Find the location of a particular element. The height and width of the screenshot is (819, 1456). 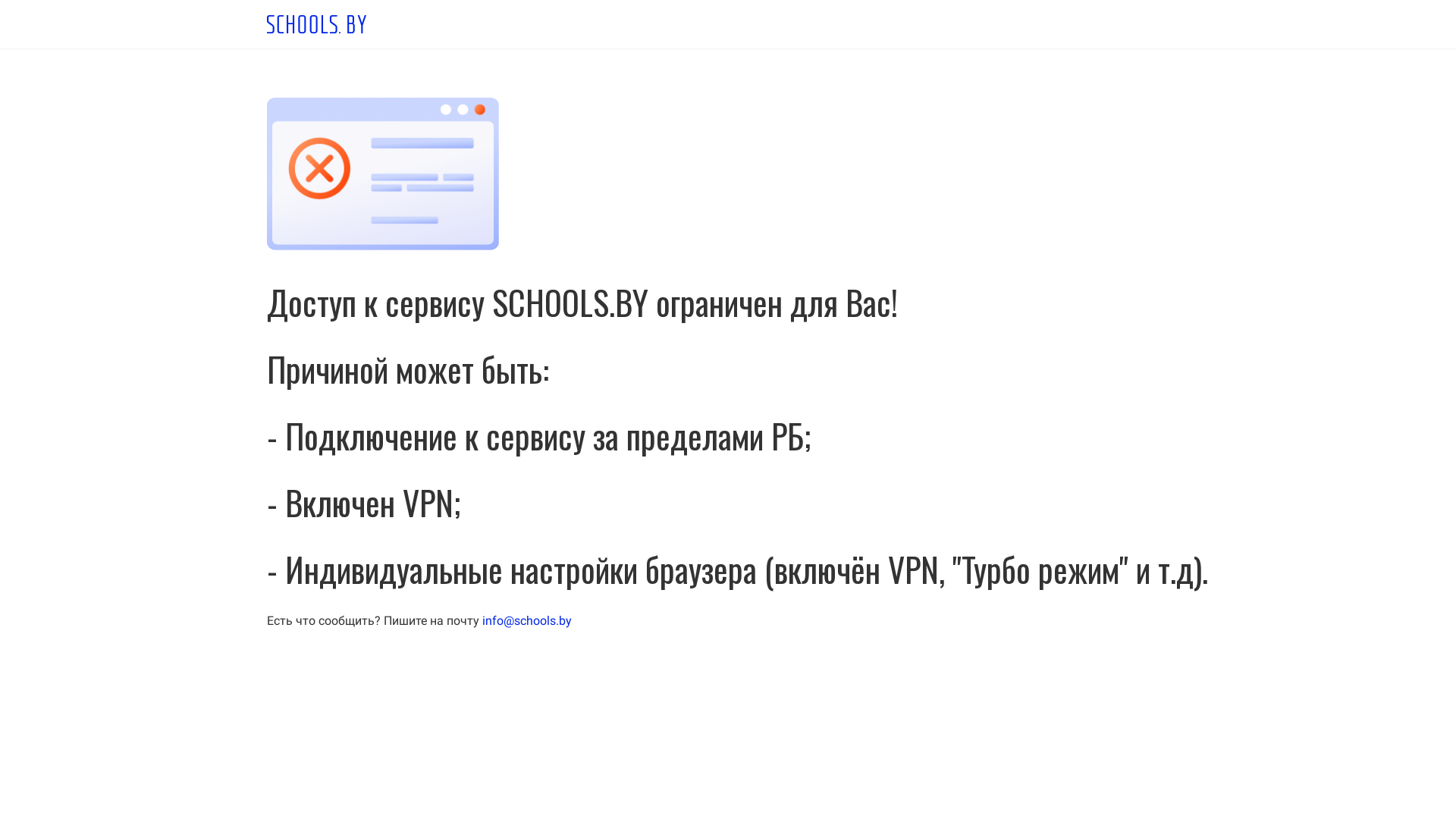

'info@schools.by' is located at coordinates (481, 620).